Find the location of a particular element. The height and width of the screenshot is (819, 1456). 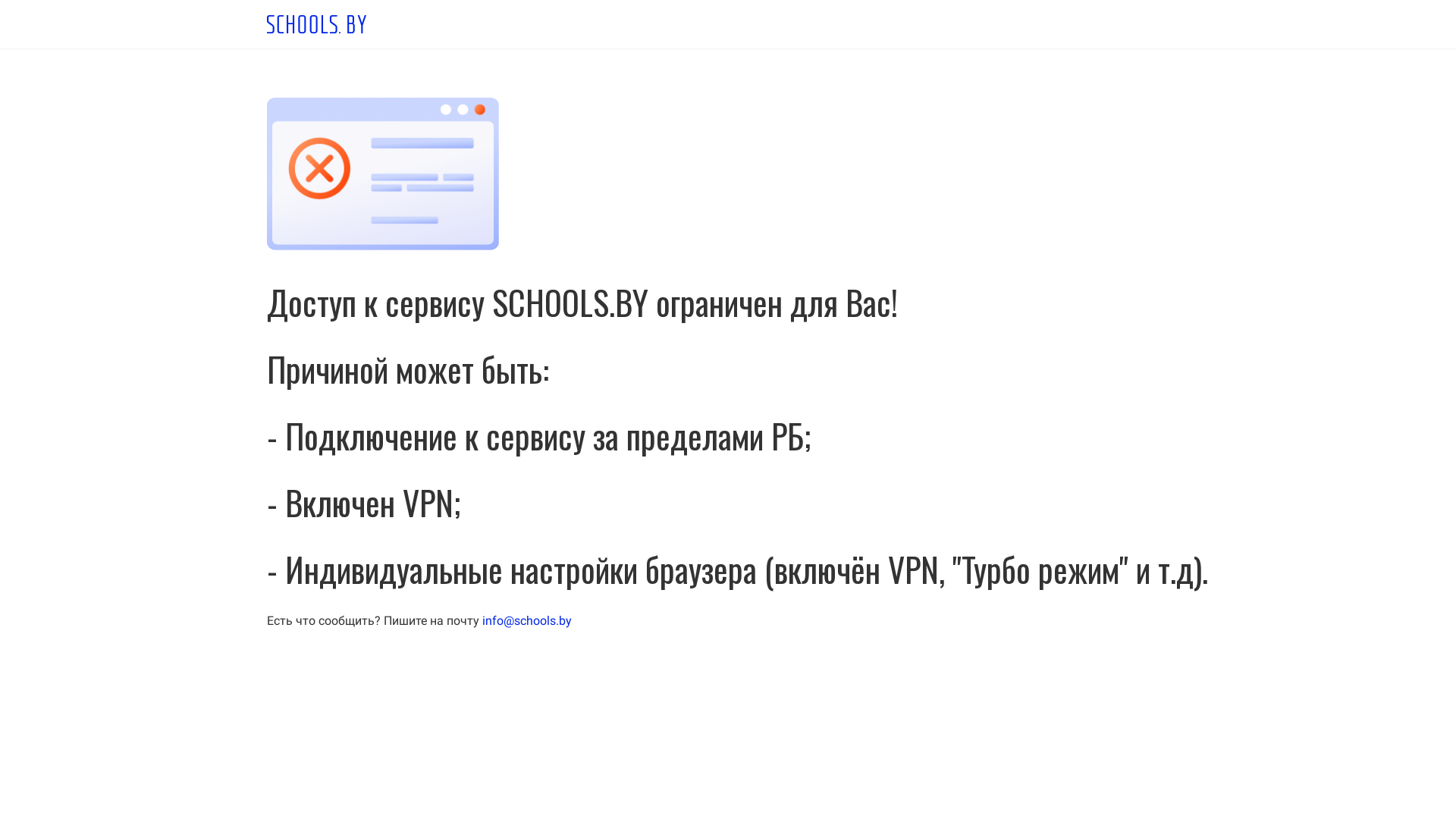

'info@schools.by' is located at coordinates (481, 620).